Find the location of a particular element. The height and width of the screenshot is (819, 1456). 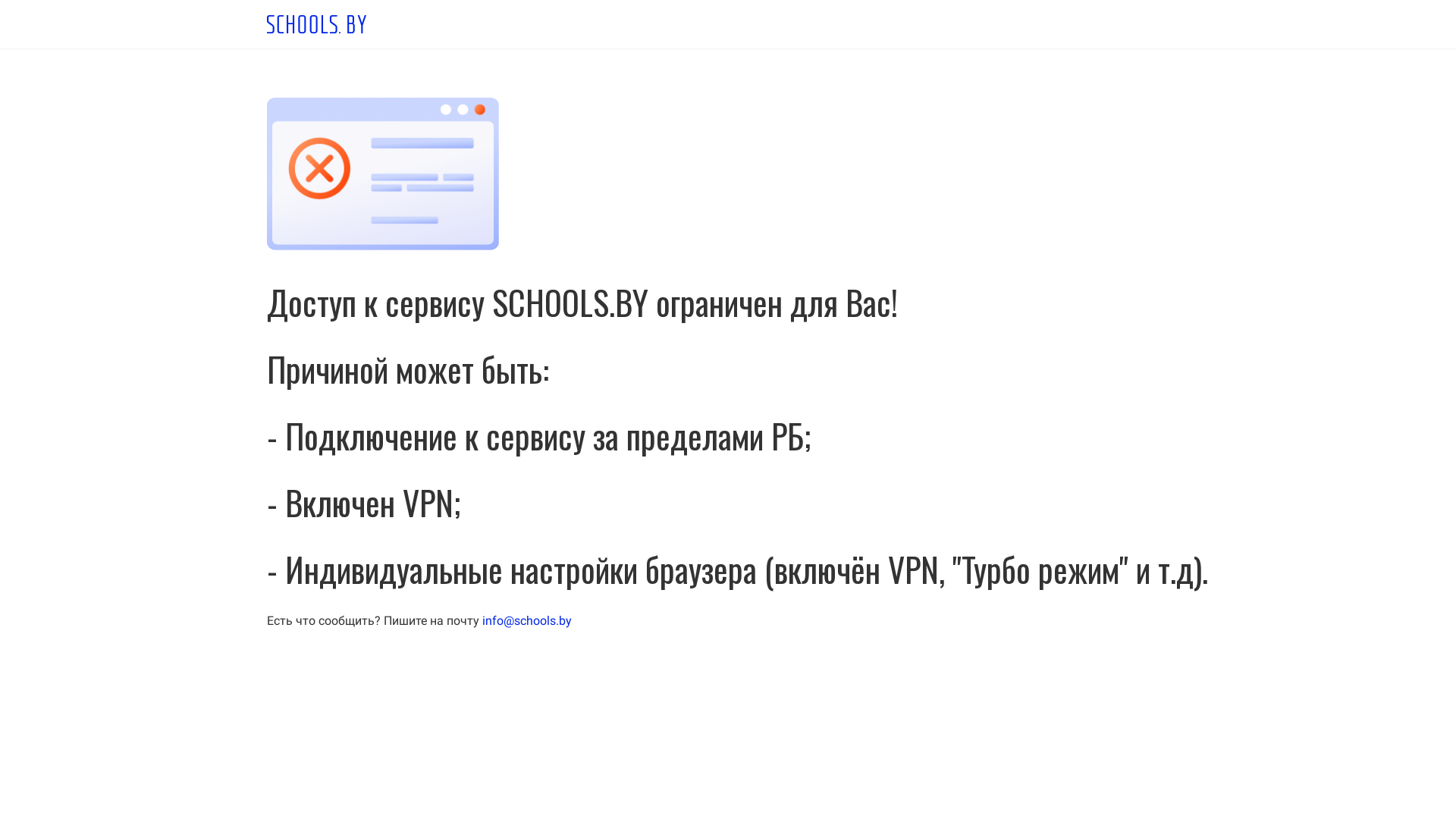

'info@schools.by' is located at coordinates (481, 620).